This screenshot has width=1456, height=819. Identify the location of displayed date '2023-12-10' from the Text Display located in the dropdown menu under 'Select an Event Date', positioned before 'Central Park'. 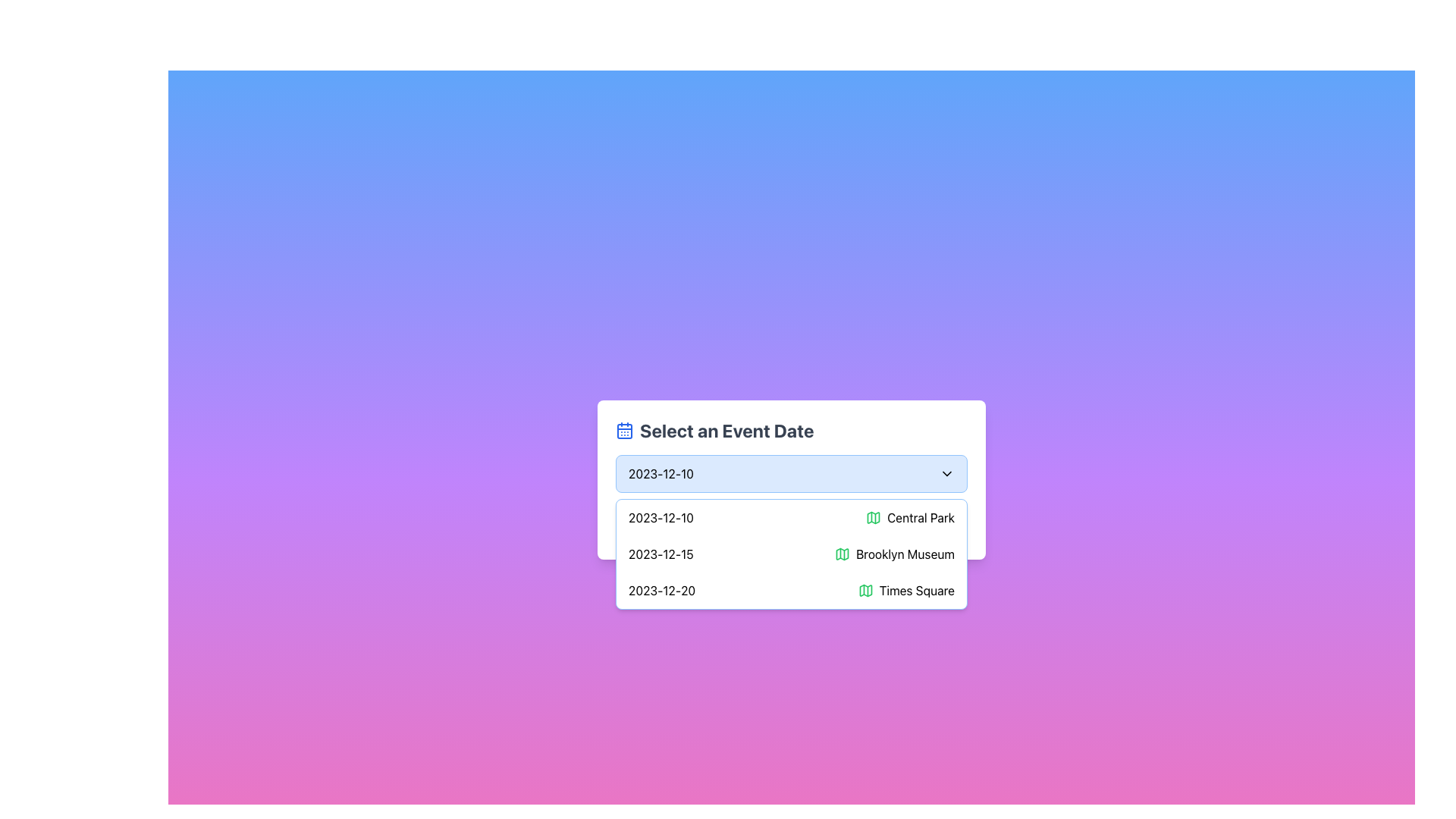
(661, 516).